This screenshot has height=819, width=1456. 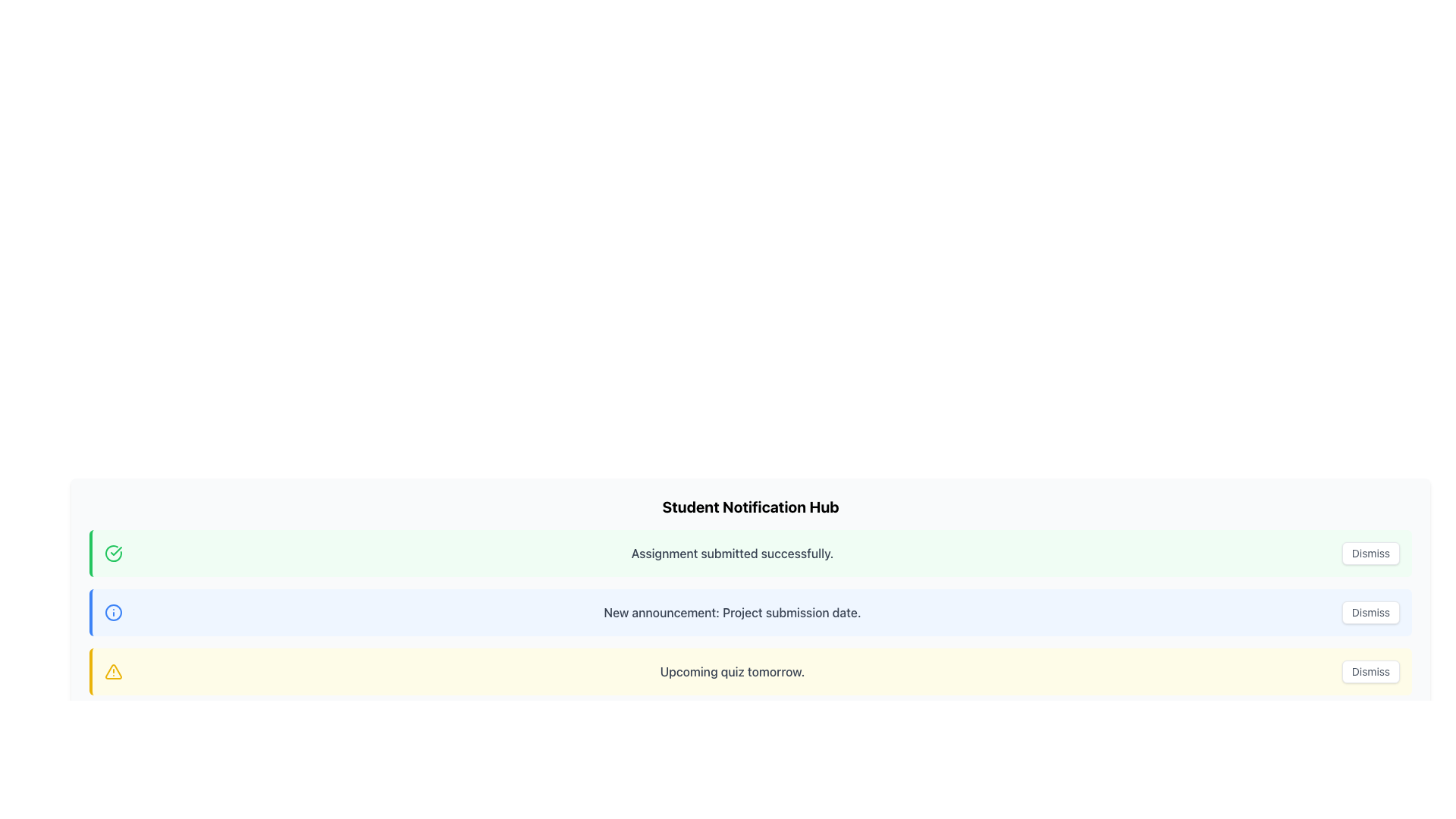 I want to click on text displayed in the notification label that informs the user about the project submission date, located between the information icon and the 'Dismiss' button, so click(x=732, y=611).